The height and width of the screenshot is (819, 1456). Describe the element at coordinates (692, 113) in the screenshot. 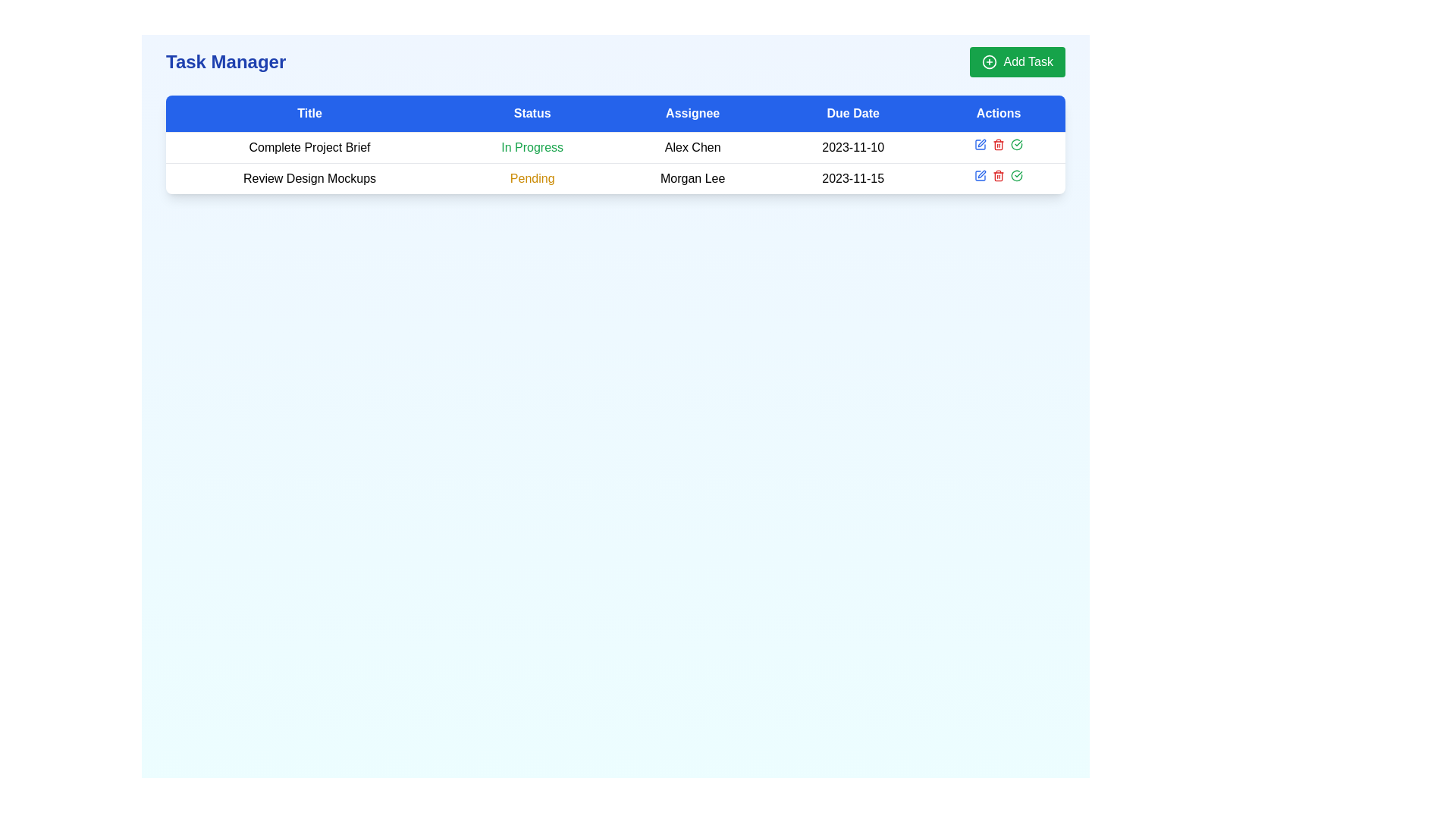

I see `the 'Assignee' column header in the task management table, which is the third tab from the left, located between 'Status' and 'Due Date'` at that location.